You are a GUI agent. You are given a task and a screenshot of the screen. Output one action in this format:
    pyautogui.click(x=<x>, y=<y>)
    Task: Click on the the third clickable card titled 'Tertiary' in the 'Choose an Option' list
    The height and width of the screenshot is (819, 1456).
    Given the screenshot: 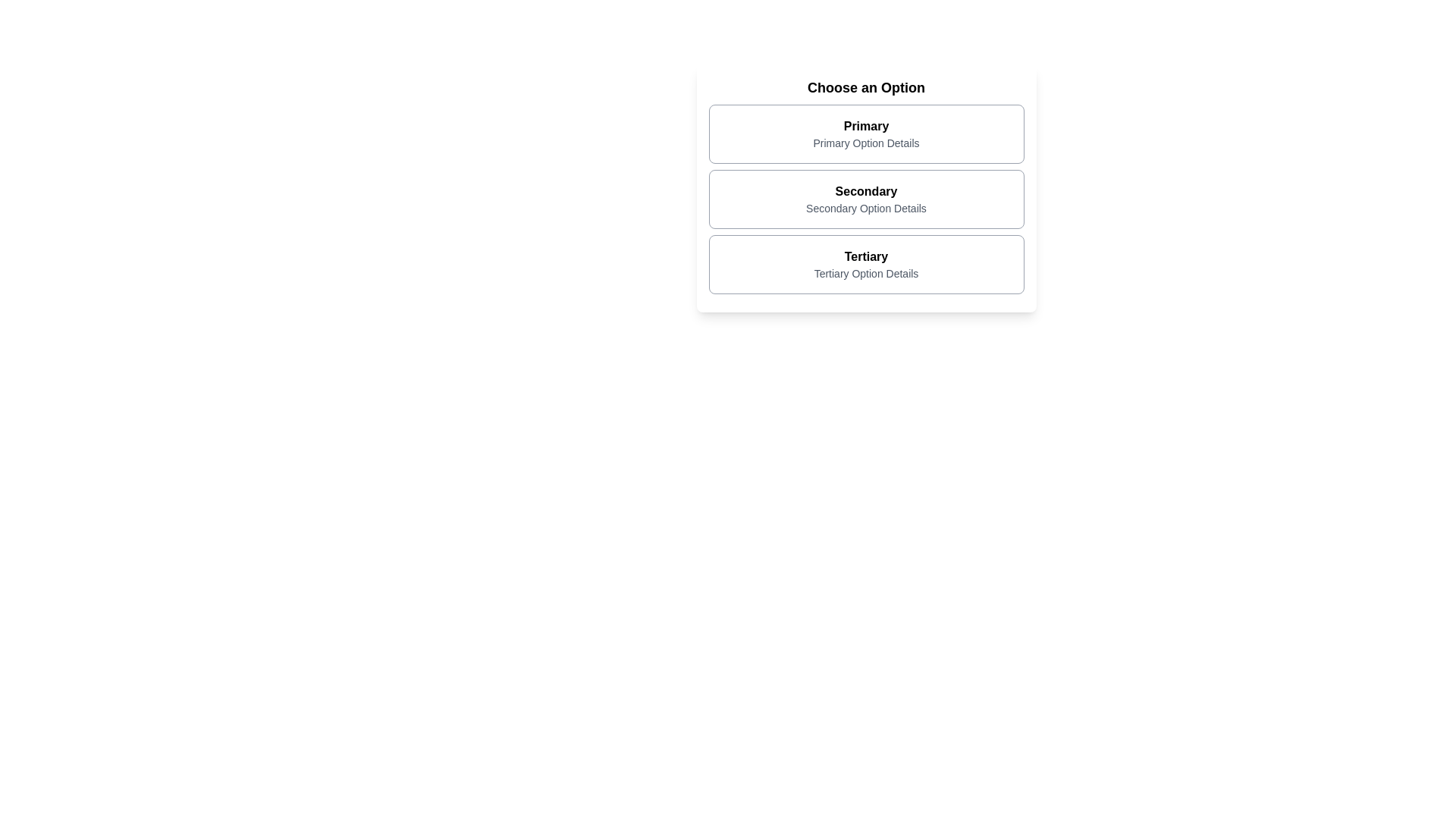 What is the action you would take?
    pyautogui.click(x=866, y=263)
    